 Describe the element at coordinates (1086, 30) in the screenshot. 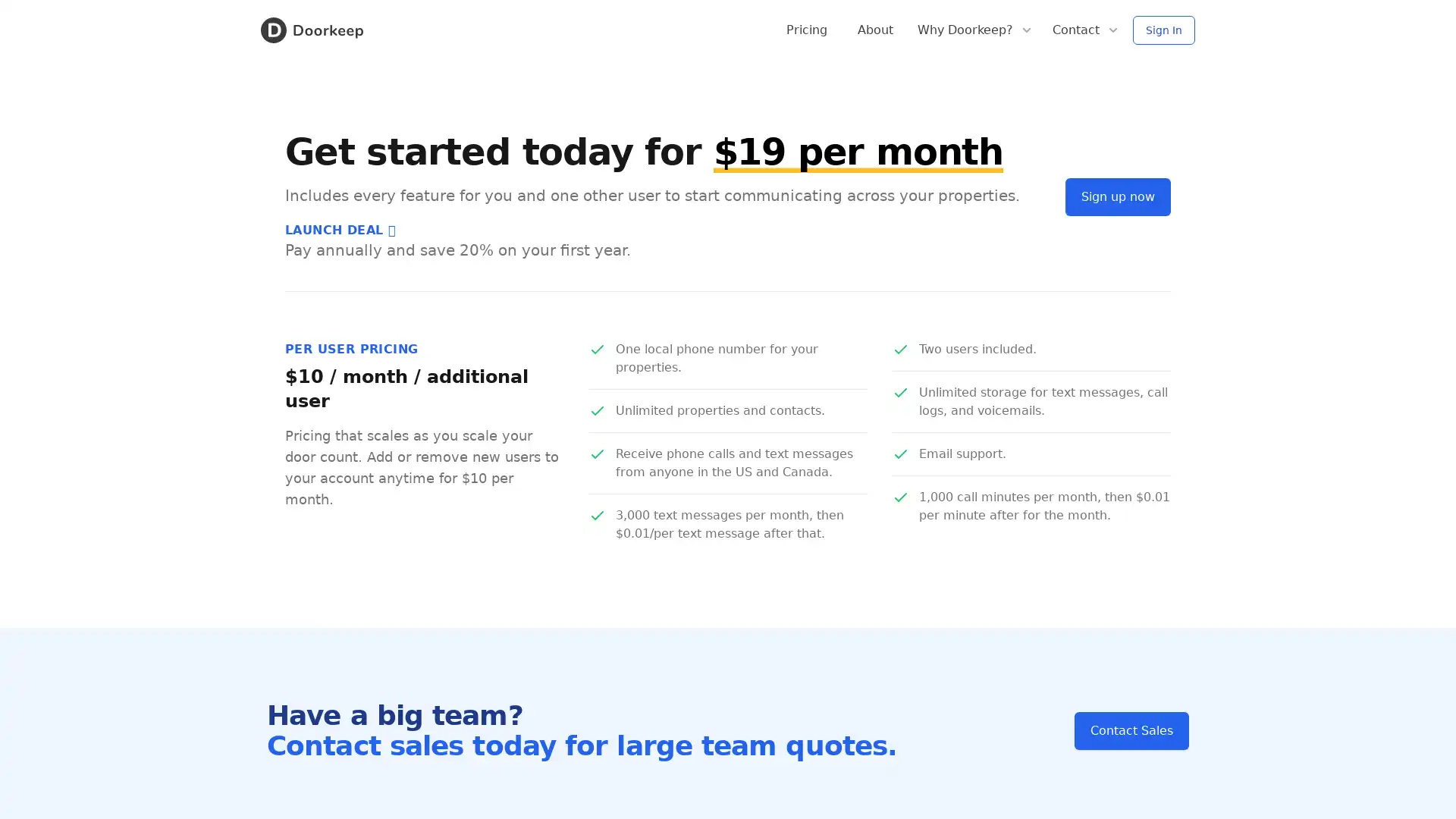

I see `Contact` at that location.